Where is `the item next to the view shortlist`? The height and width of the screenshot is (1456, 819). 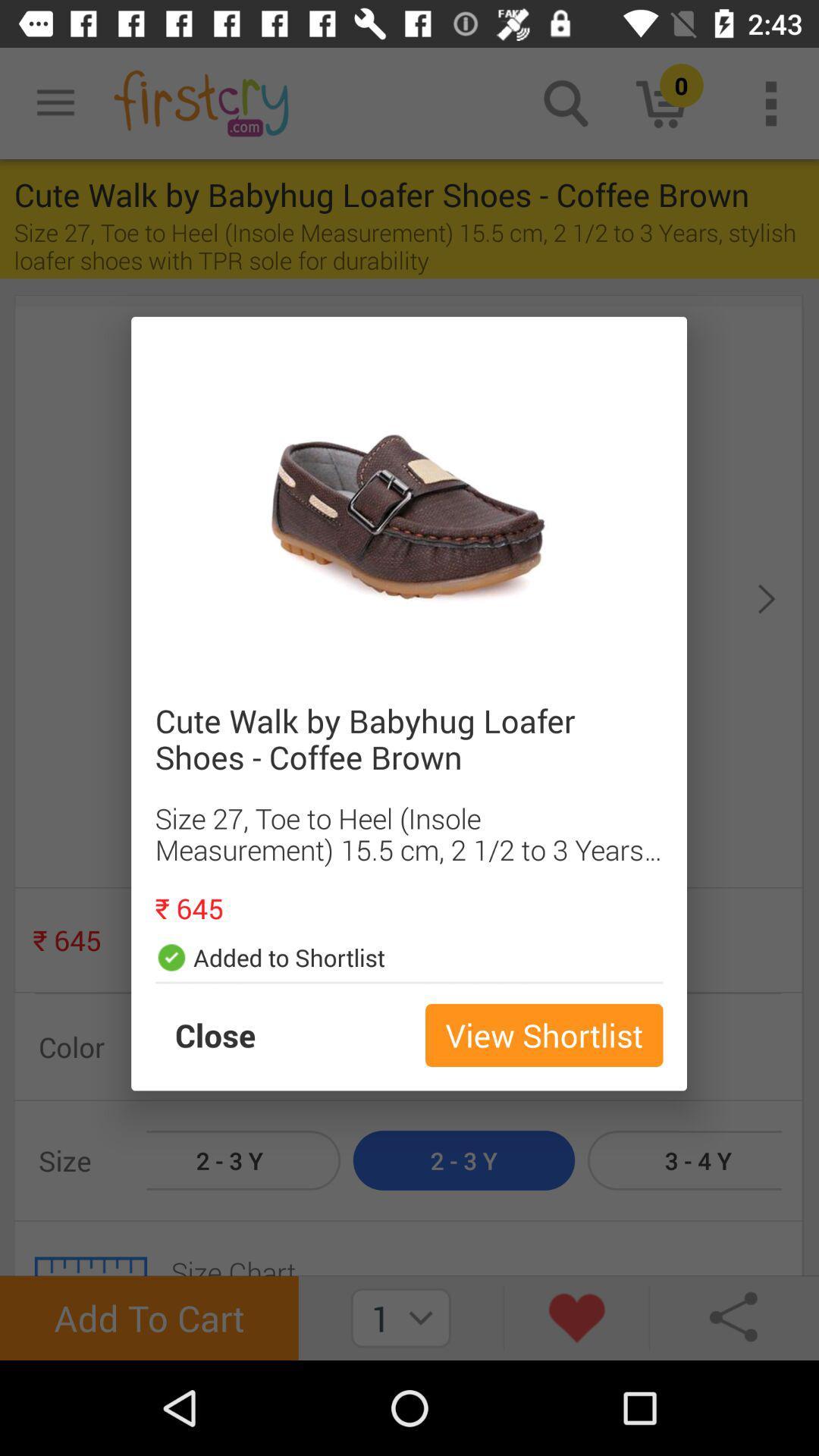
the item next to the view shortlist is located at coordinates (231, 1034).